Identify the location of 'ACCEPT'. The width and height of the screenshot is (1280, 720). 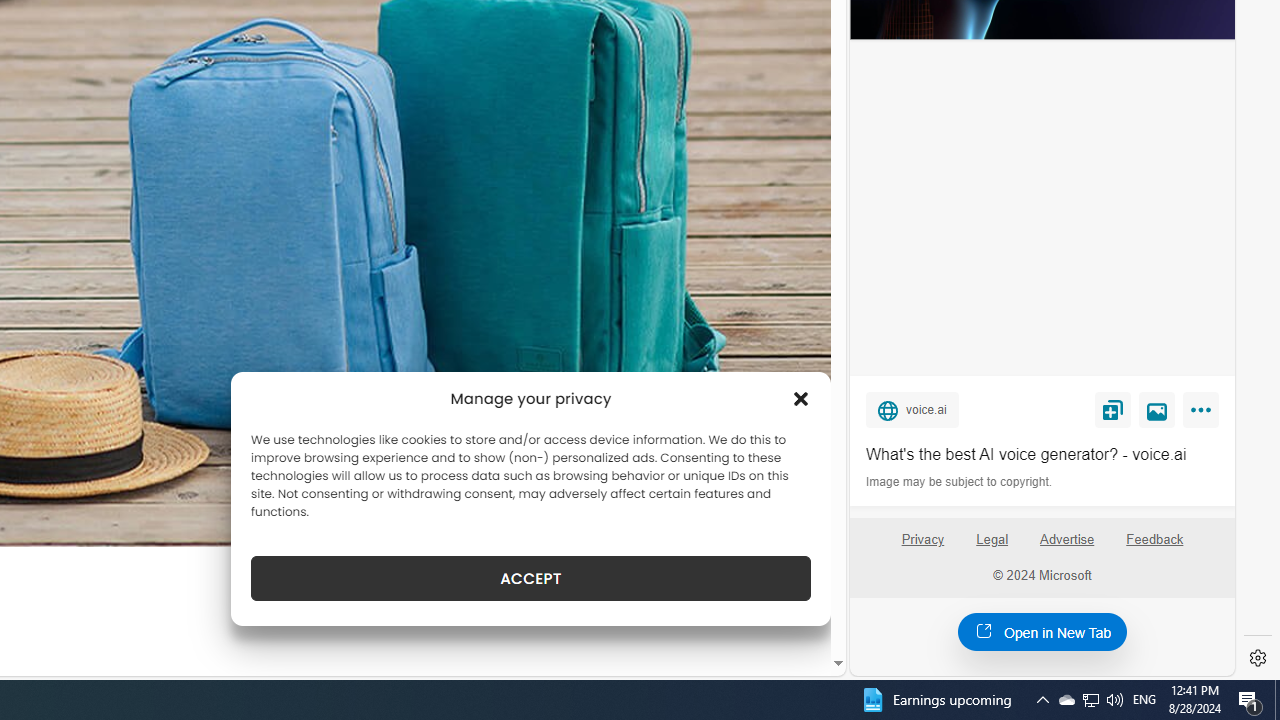
(531, 578).